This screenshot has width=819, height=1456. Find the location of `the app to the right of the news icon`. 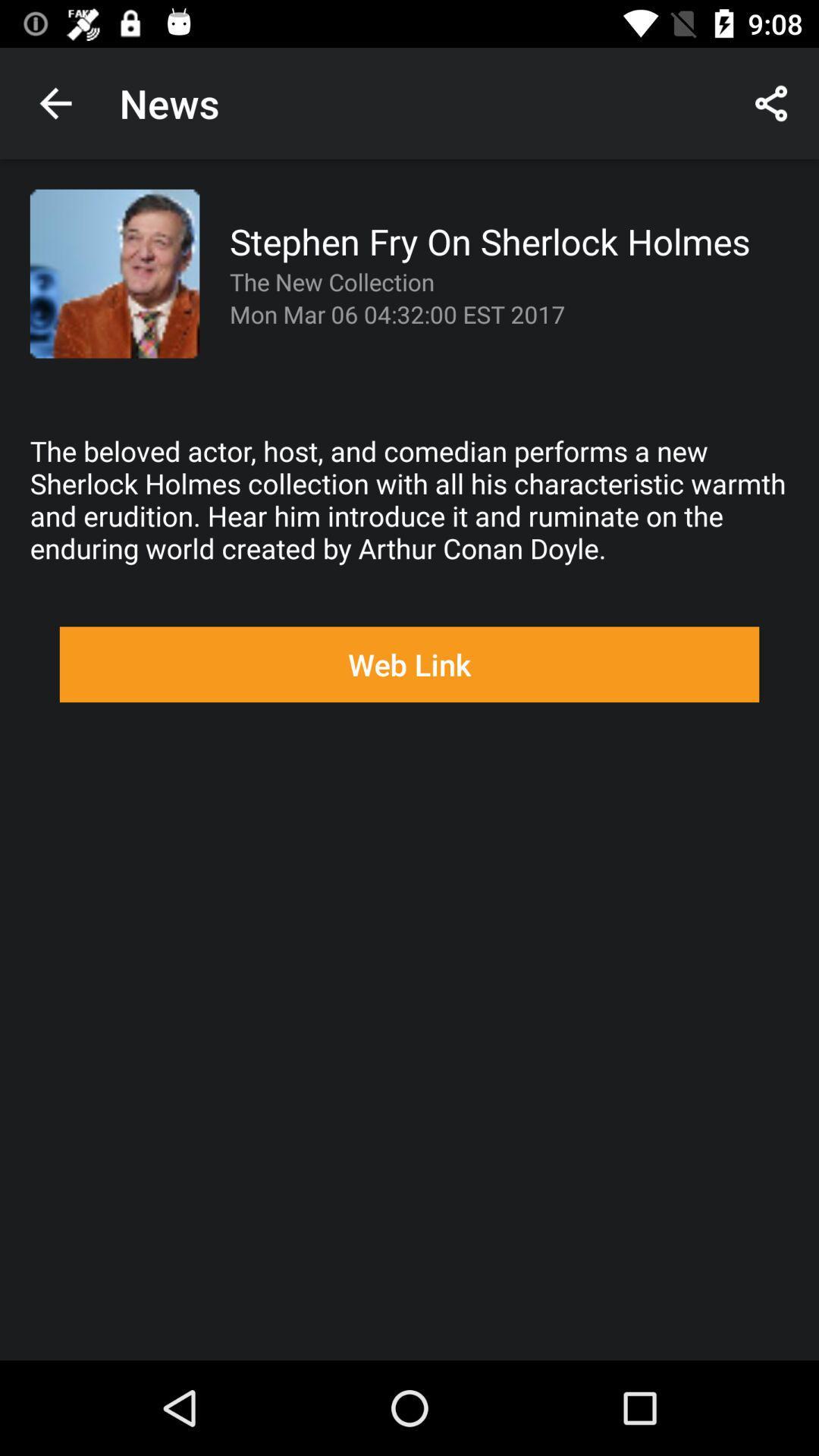

the app to the right of the news icon is located at coordinates (771, 102).